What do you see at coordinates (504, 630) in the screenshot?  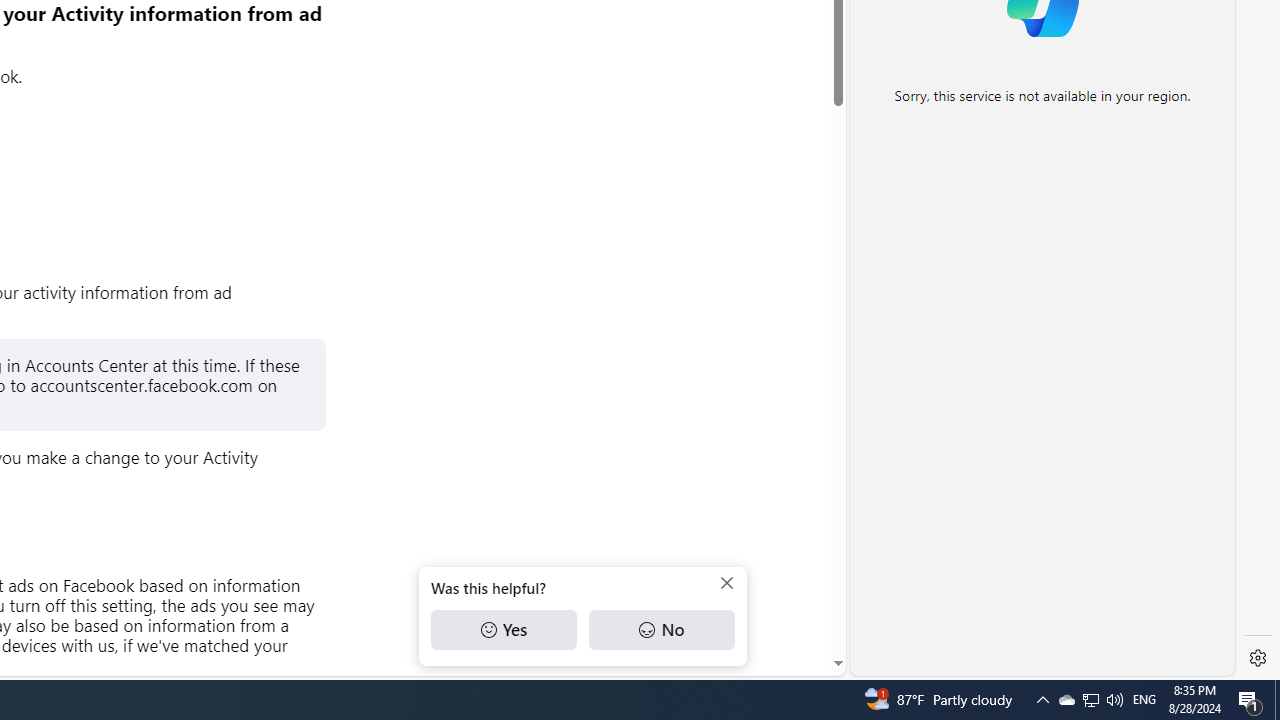 I see `'Yes'` at bounding box center [504, 630].